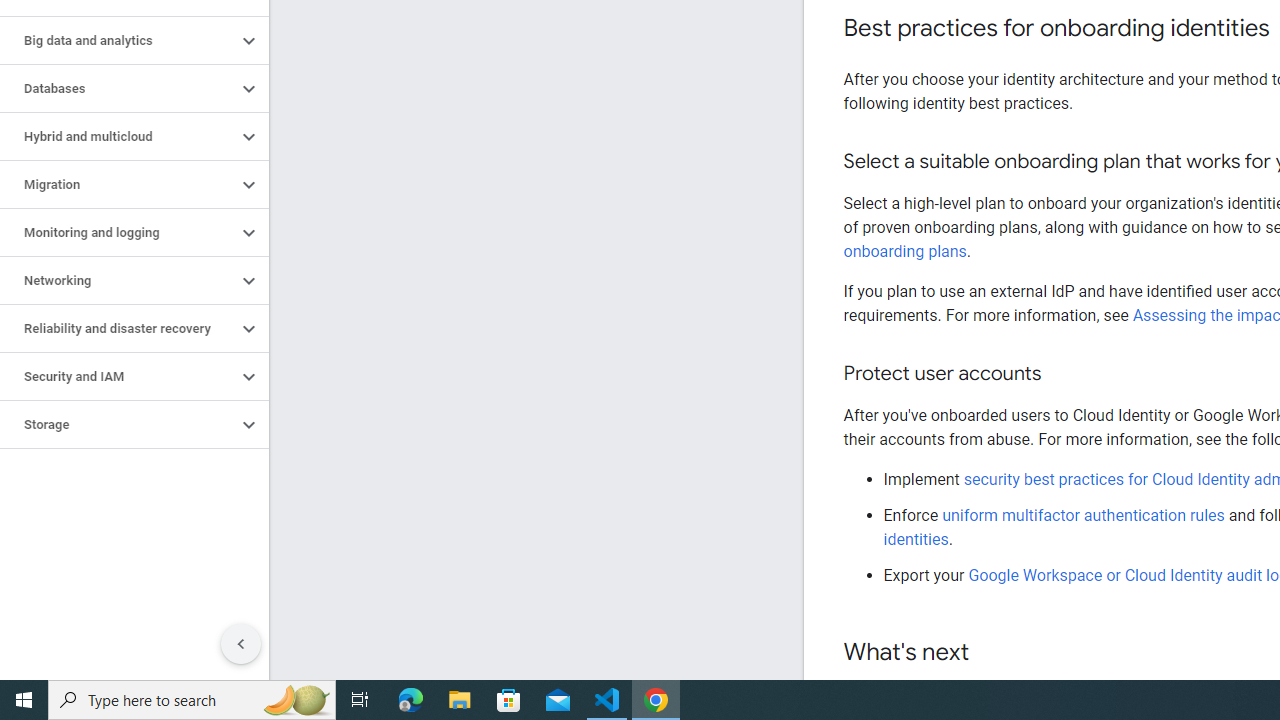  Describe the element at coordinates (117, 281) in the screenshot. I see `'Networking'` at that location.